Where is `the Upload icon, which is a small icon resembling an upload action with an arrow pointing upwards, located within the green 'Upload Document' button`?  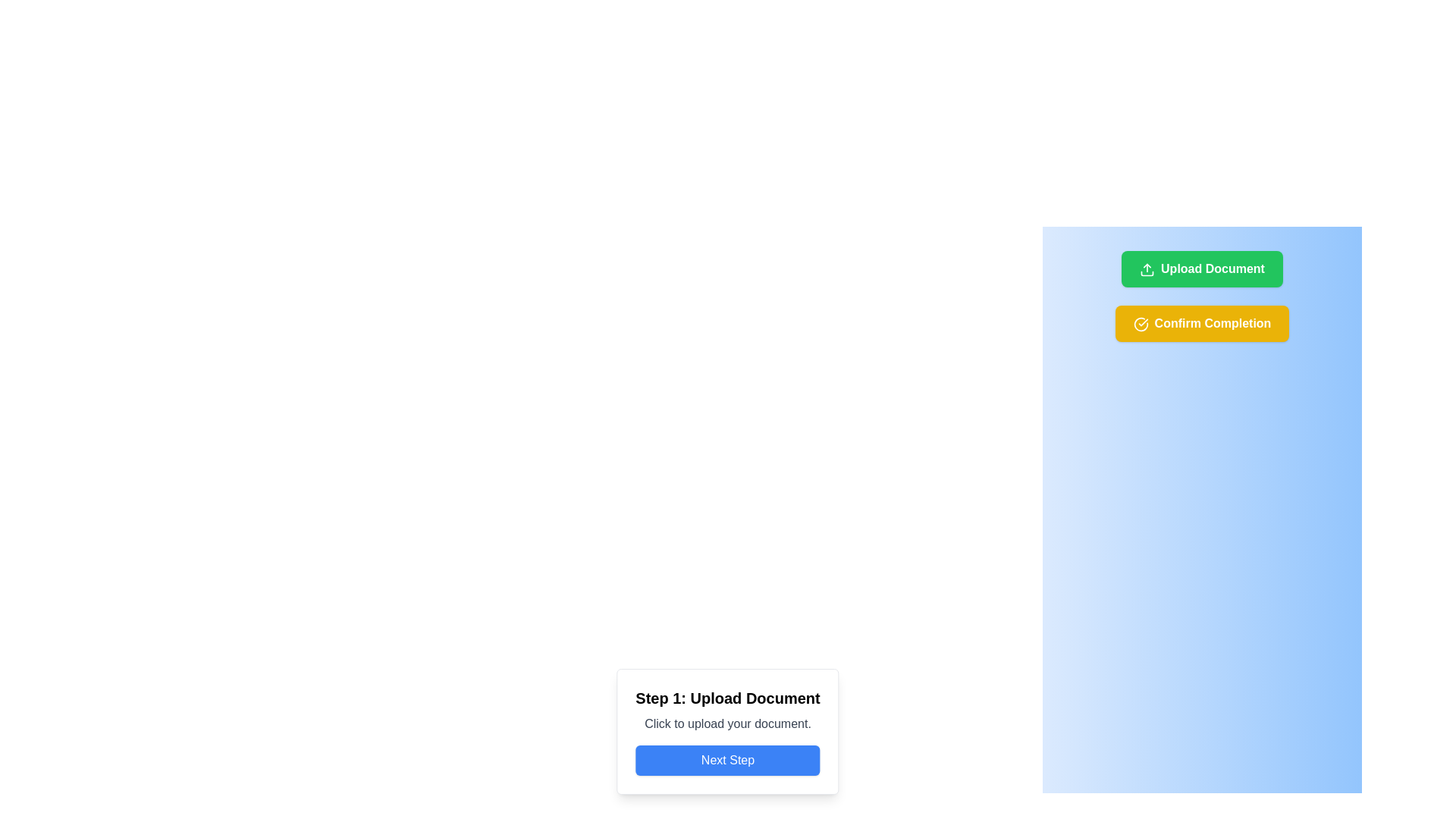
the Upload icon, which is a small icon resembling an upload action with an arrow pointing upwards, located within the green 'Upload Document' button is located at coordinates (1147, 268).